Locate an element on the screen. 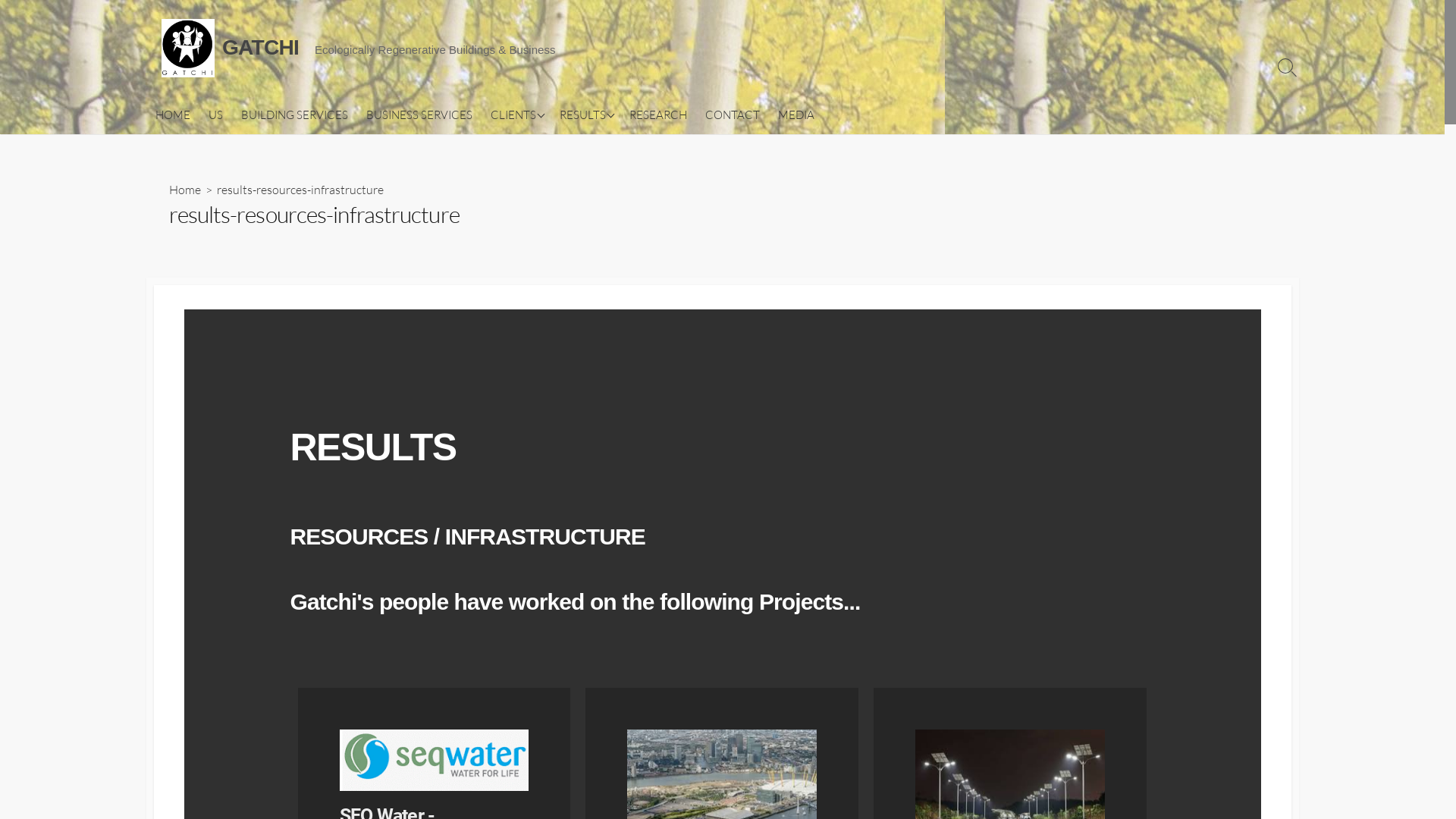  'MEDIA' is located at coordinates (795, 114).